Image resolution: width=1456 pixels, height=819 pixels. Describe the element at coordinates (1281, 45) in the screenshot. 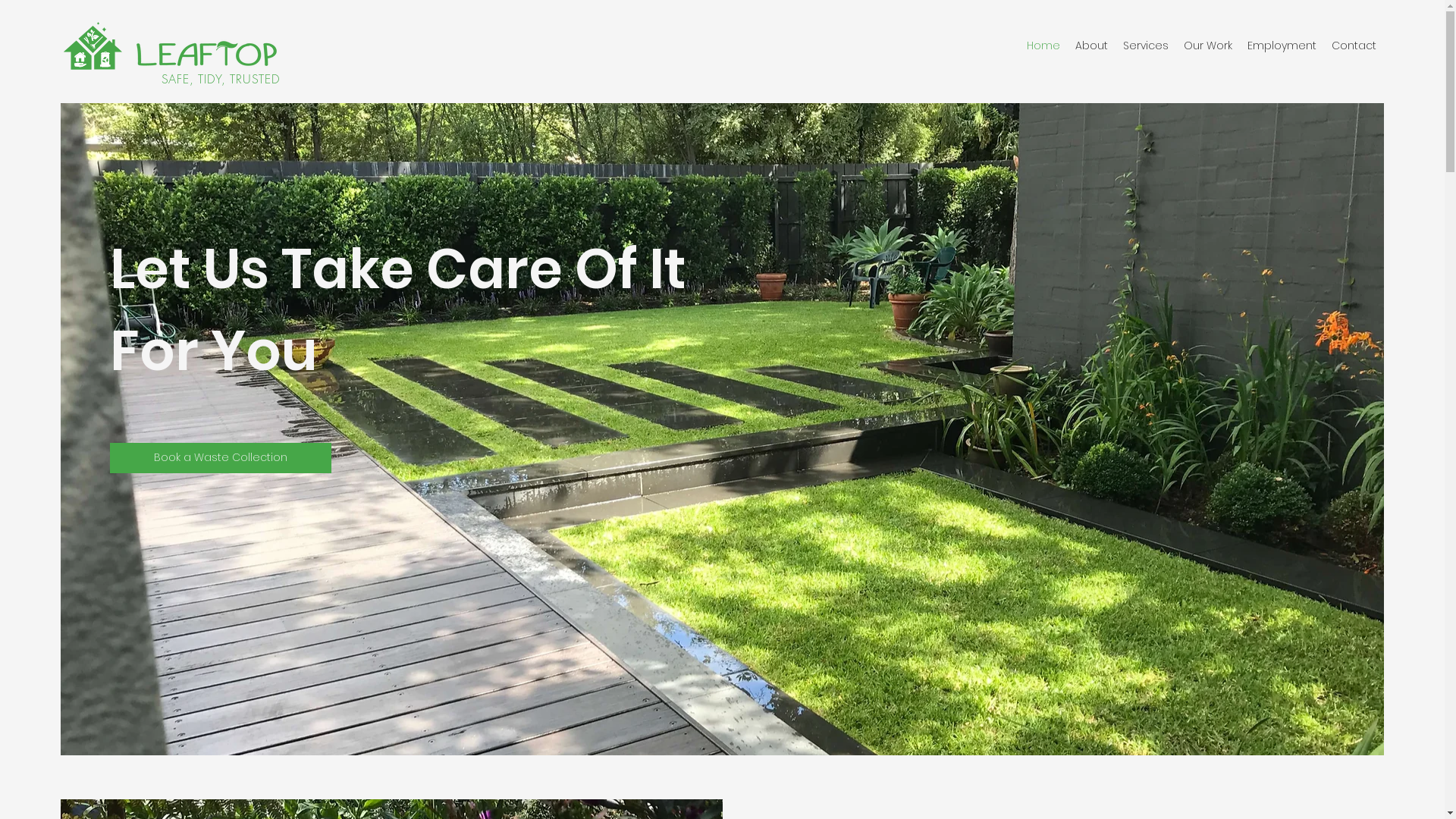

I see `'Employment'` at that location.